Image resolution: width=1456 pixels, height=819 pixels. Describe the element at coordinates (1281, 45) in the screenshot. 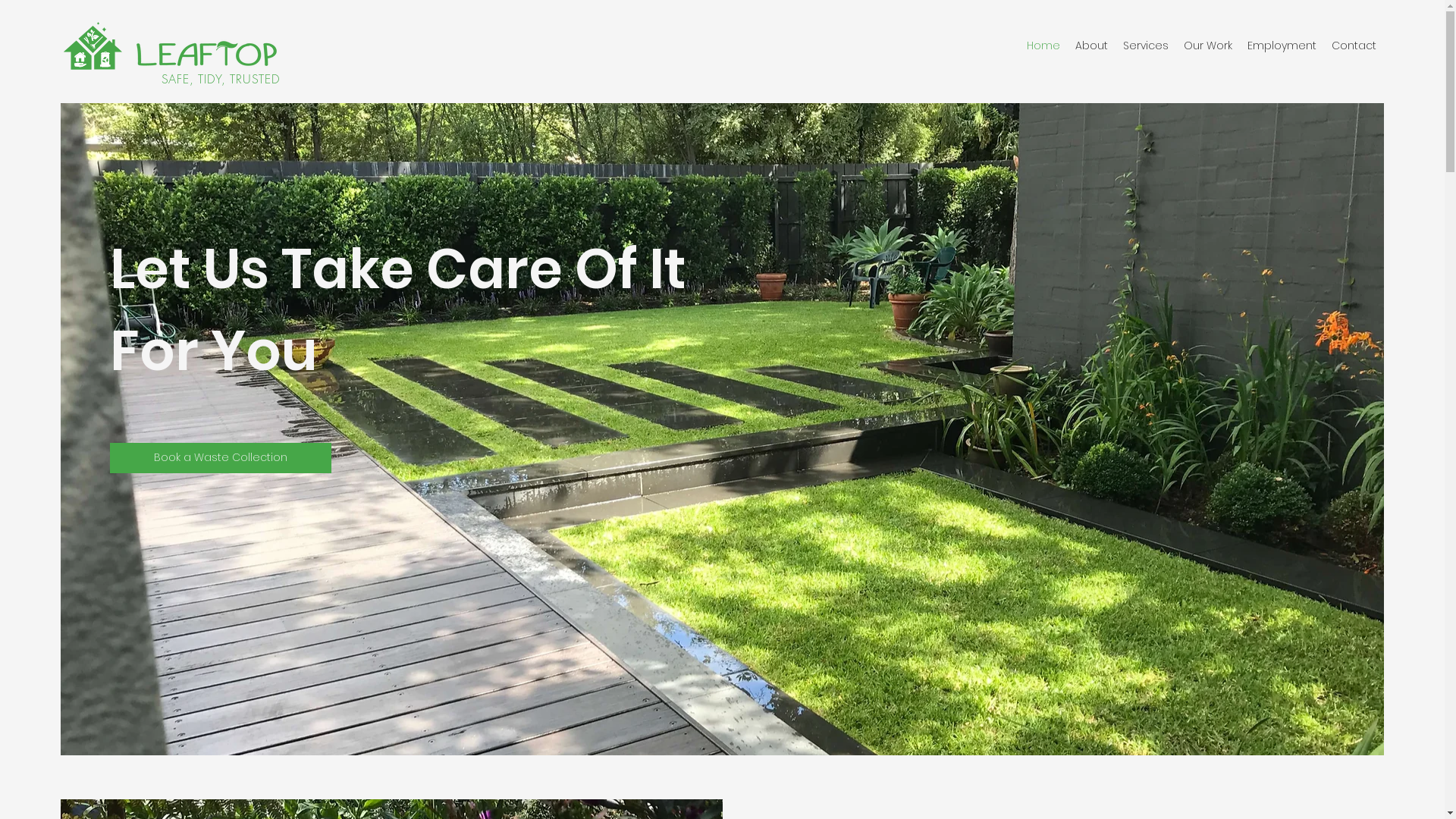

I see `'Employment'` at that location.